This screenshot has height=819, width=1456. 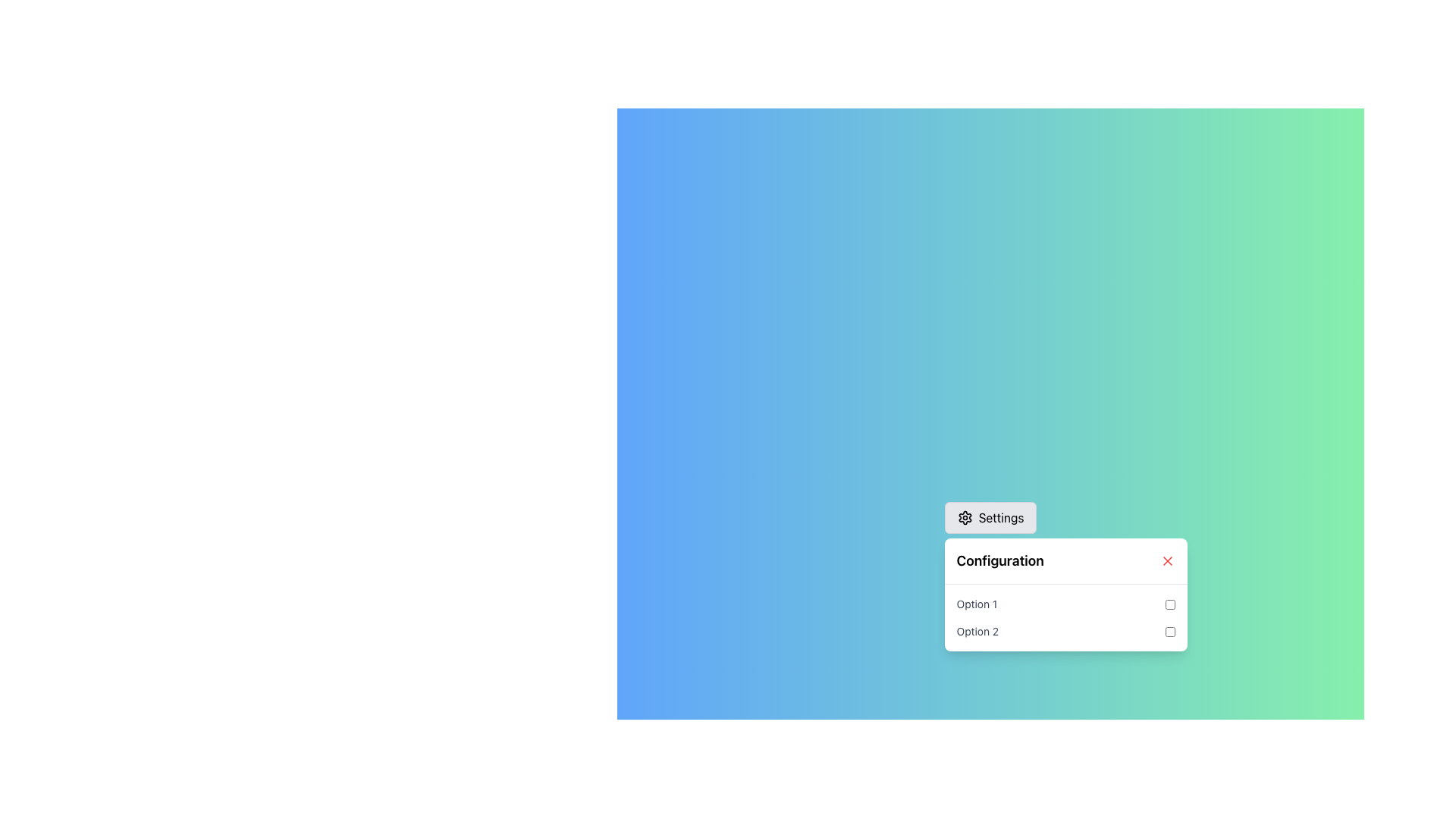 What do you see at coordinates (990, 516) in the screenshot?
I see `the 'Settings' button with a gear icon` at bounding box center [990, 516].